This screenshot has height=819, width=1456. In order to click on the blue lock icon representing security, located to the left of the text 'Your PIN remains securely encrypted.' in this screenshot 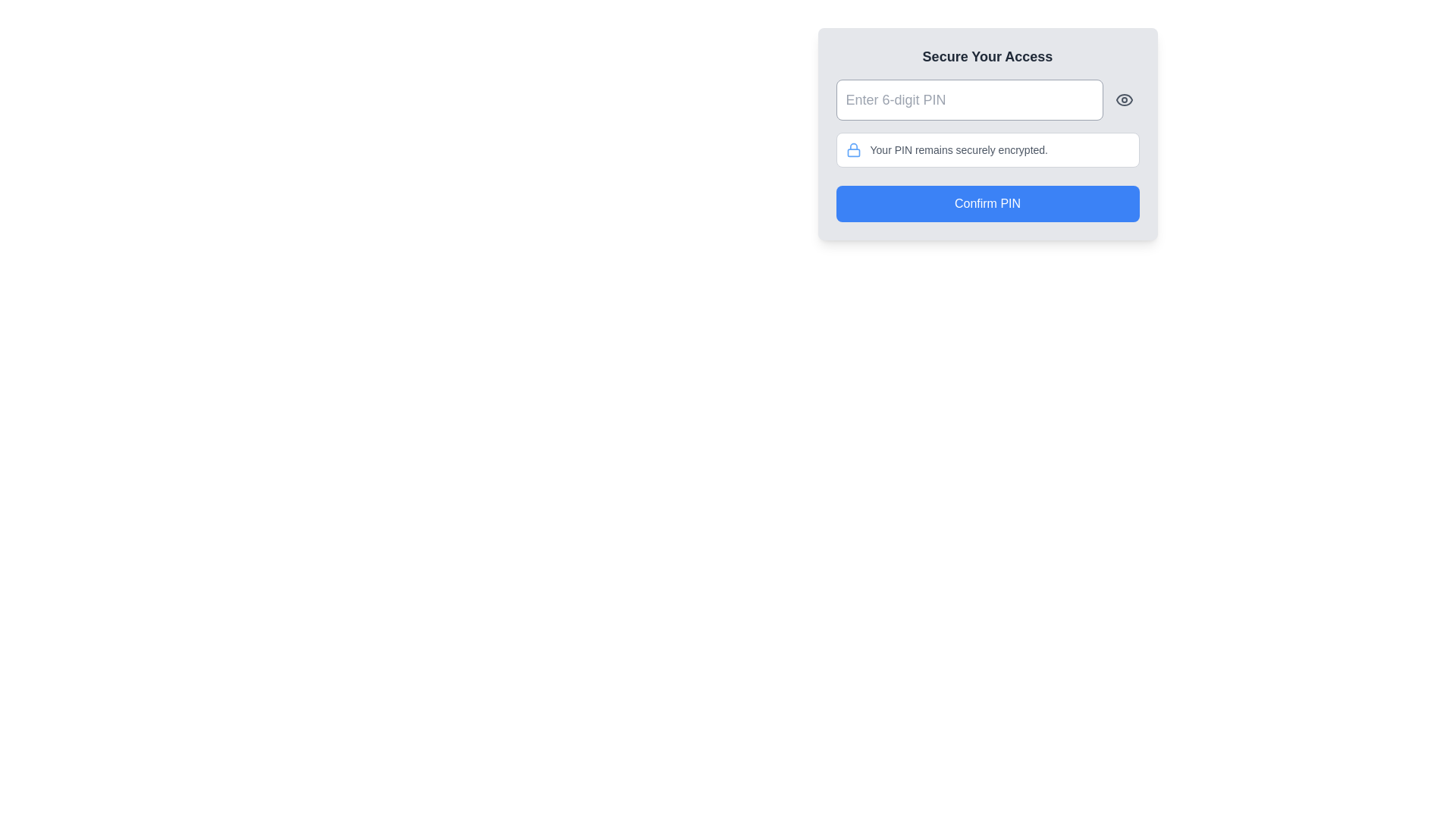, I will do `click(853, 149)`.